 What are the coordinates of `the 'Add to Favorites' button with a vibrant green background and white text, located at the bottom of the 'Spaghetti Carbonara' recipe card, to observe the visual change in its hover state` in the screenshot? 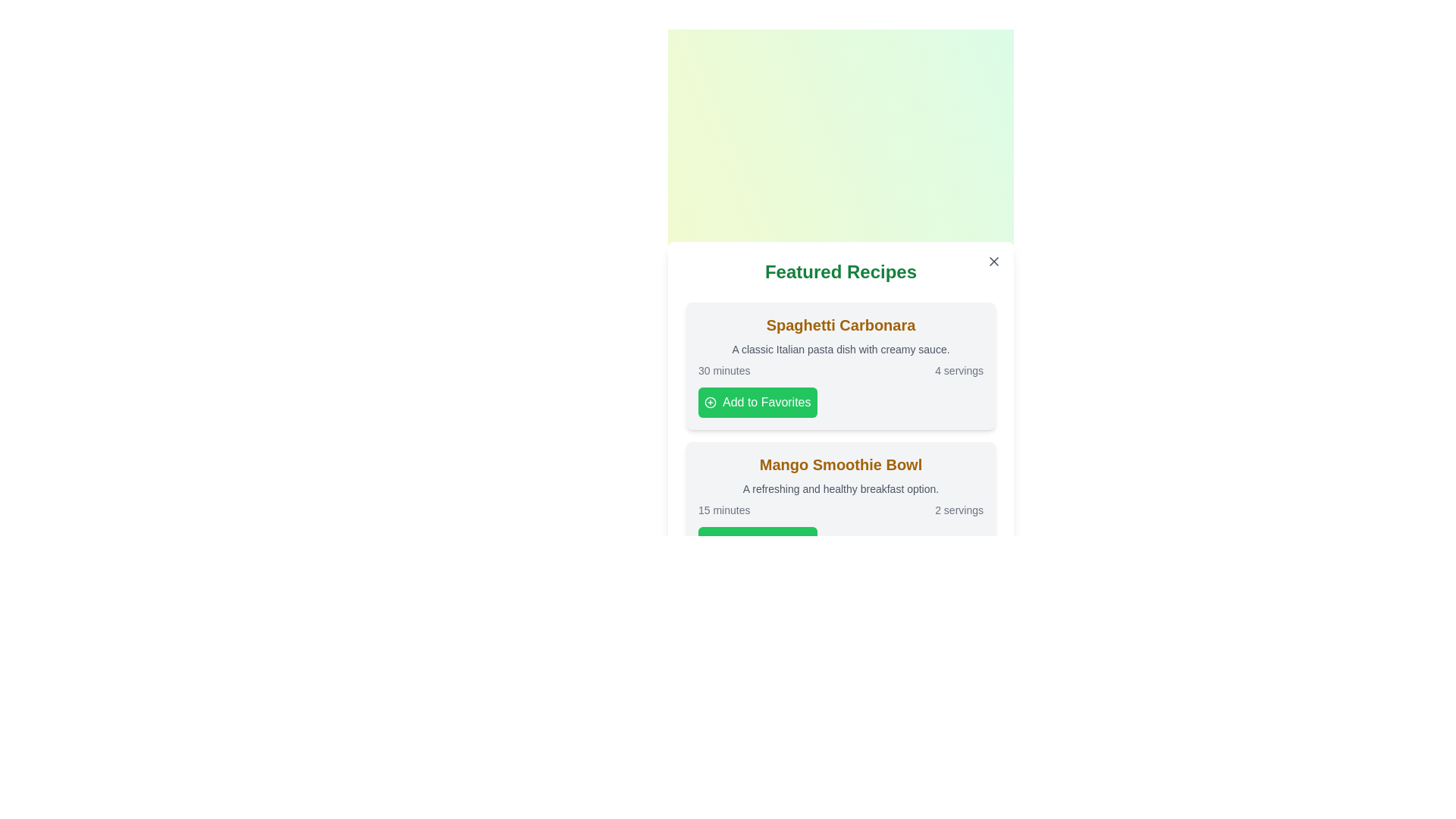 It's located at (758, 402).